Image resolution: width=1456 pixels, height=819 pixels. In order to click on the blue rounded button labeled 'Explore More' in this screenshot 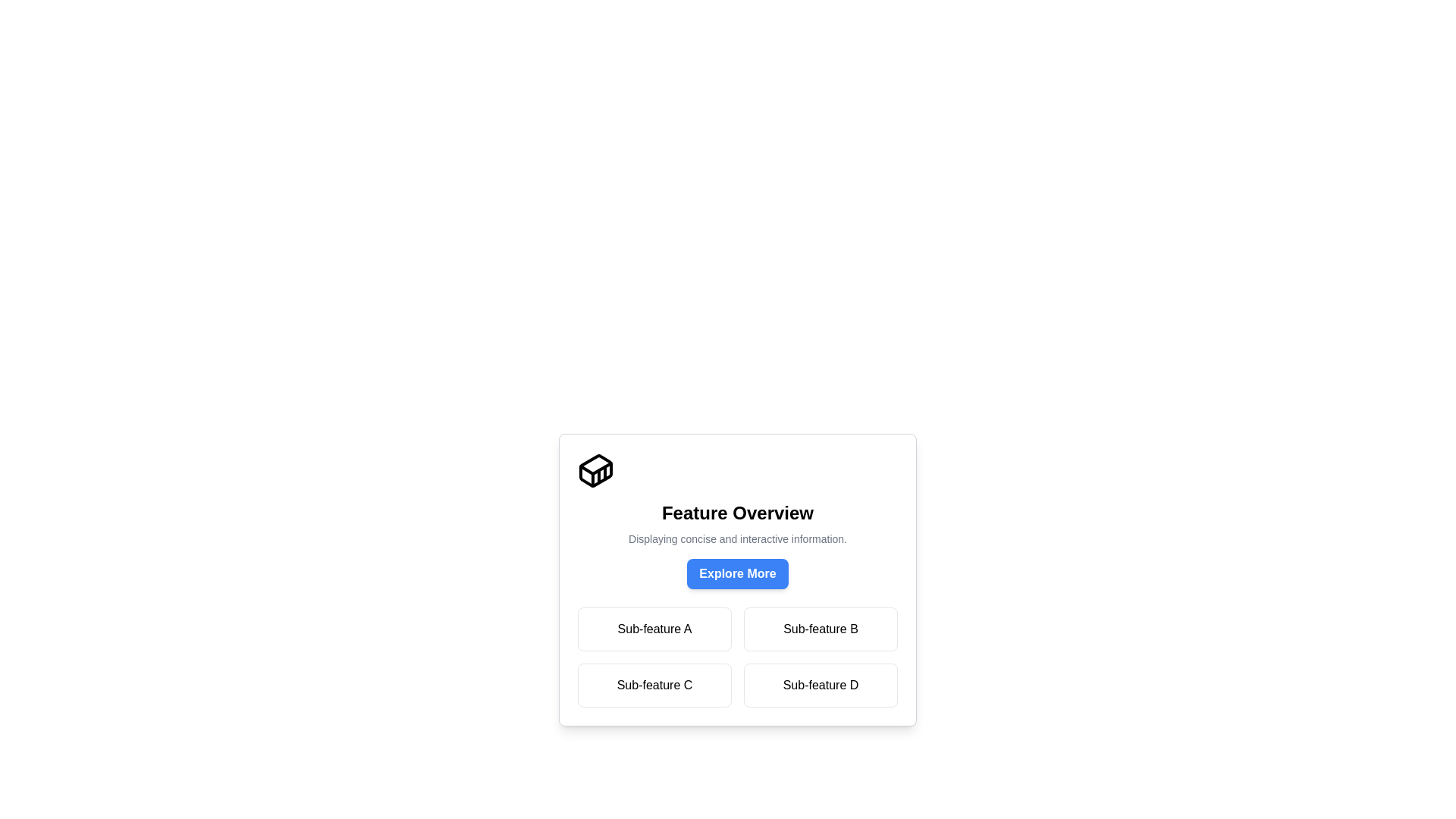, I will do `click(738, 573)`.